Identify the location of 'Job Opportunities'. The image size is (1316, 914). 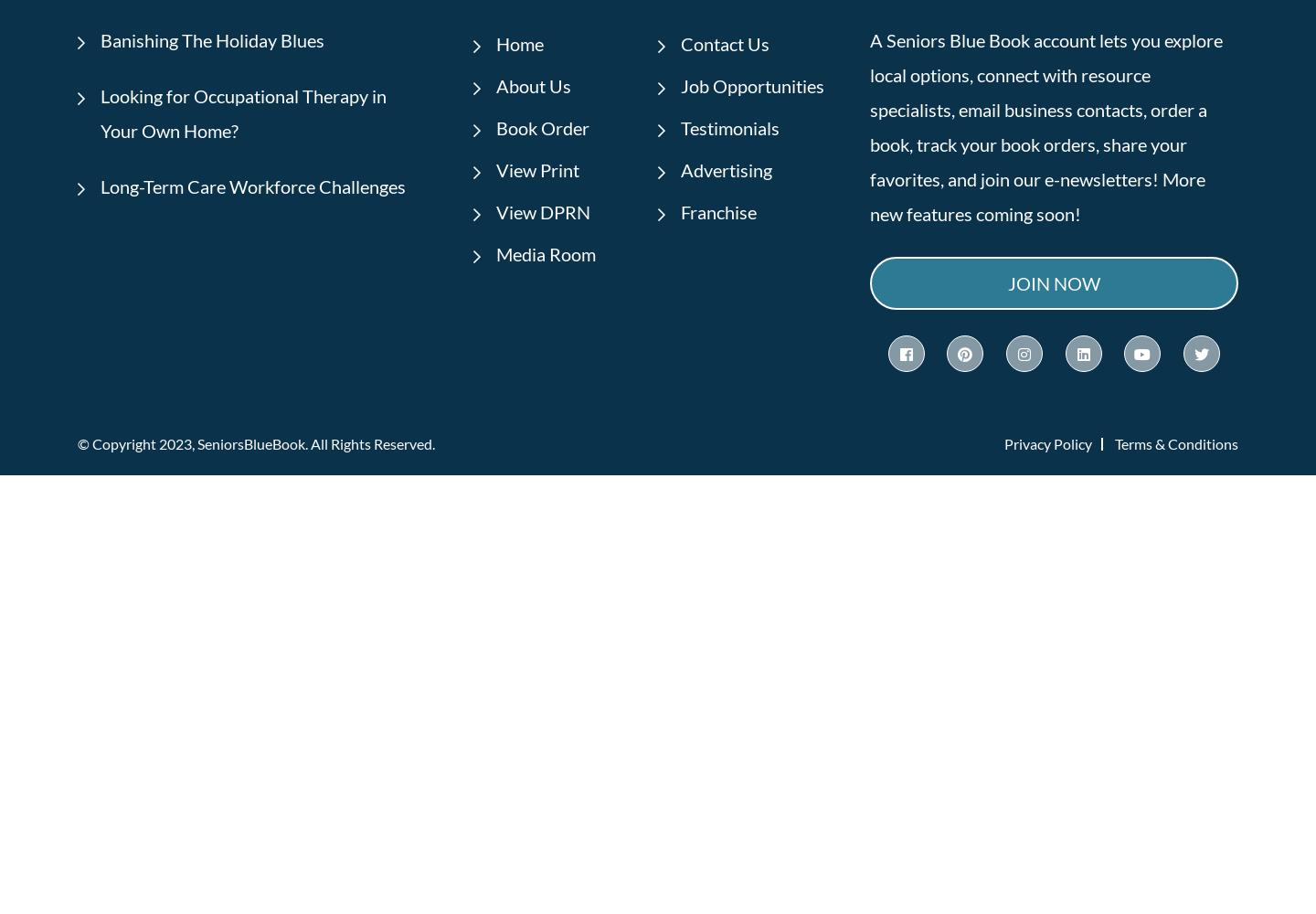
(679, 84).